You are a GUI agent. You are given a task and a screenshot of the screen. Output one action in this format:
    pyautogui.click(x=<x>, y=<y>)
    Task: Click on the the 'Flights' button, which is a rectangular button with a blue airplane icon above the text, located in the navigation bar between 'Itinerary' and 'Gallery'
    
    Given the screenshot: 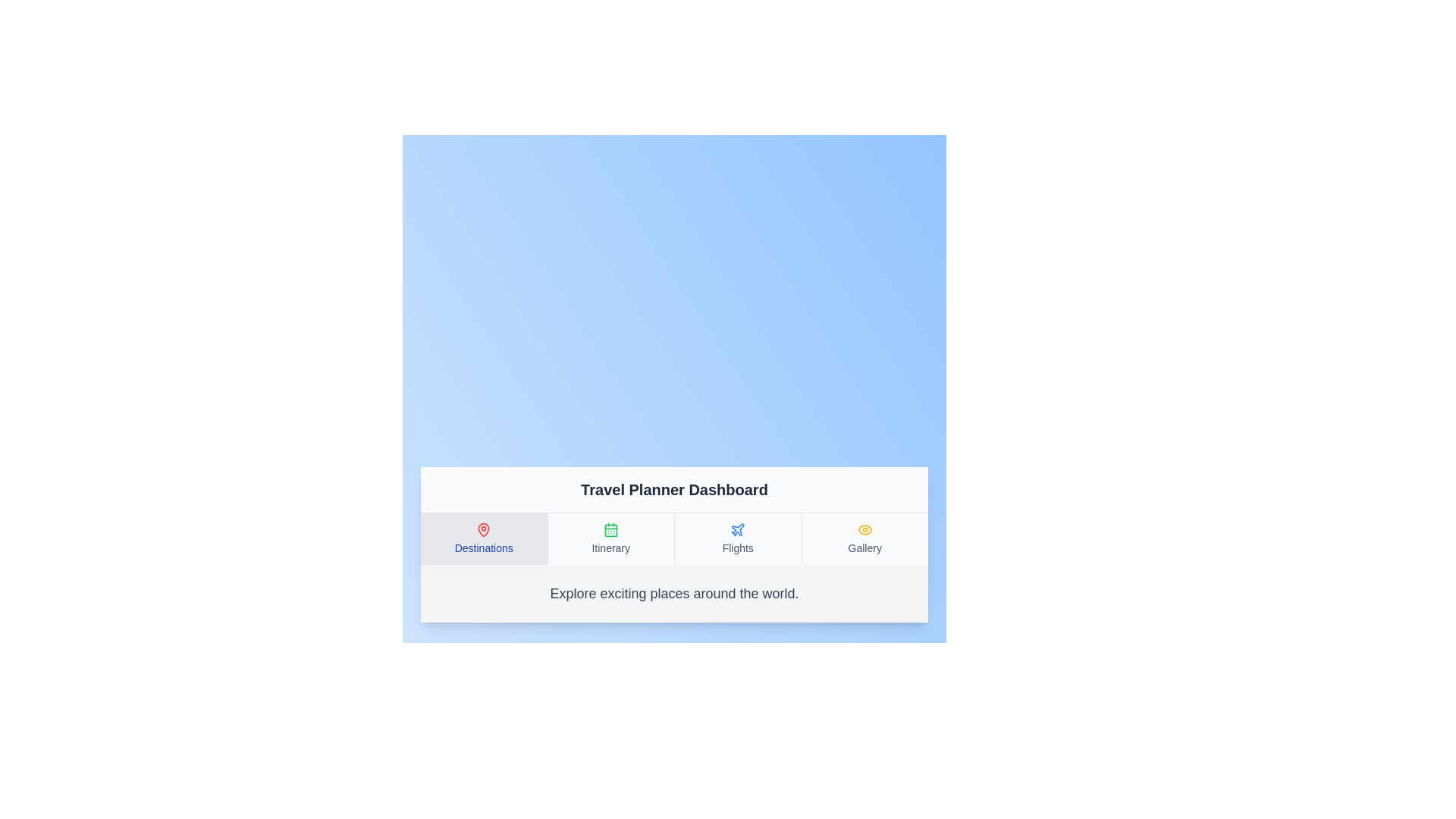 What is the action you would take?
    pyautogui.click(x=737, y=538)
    